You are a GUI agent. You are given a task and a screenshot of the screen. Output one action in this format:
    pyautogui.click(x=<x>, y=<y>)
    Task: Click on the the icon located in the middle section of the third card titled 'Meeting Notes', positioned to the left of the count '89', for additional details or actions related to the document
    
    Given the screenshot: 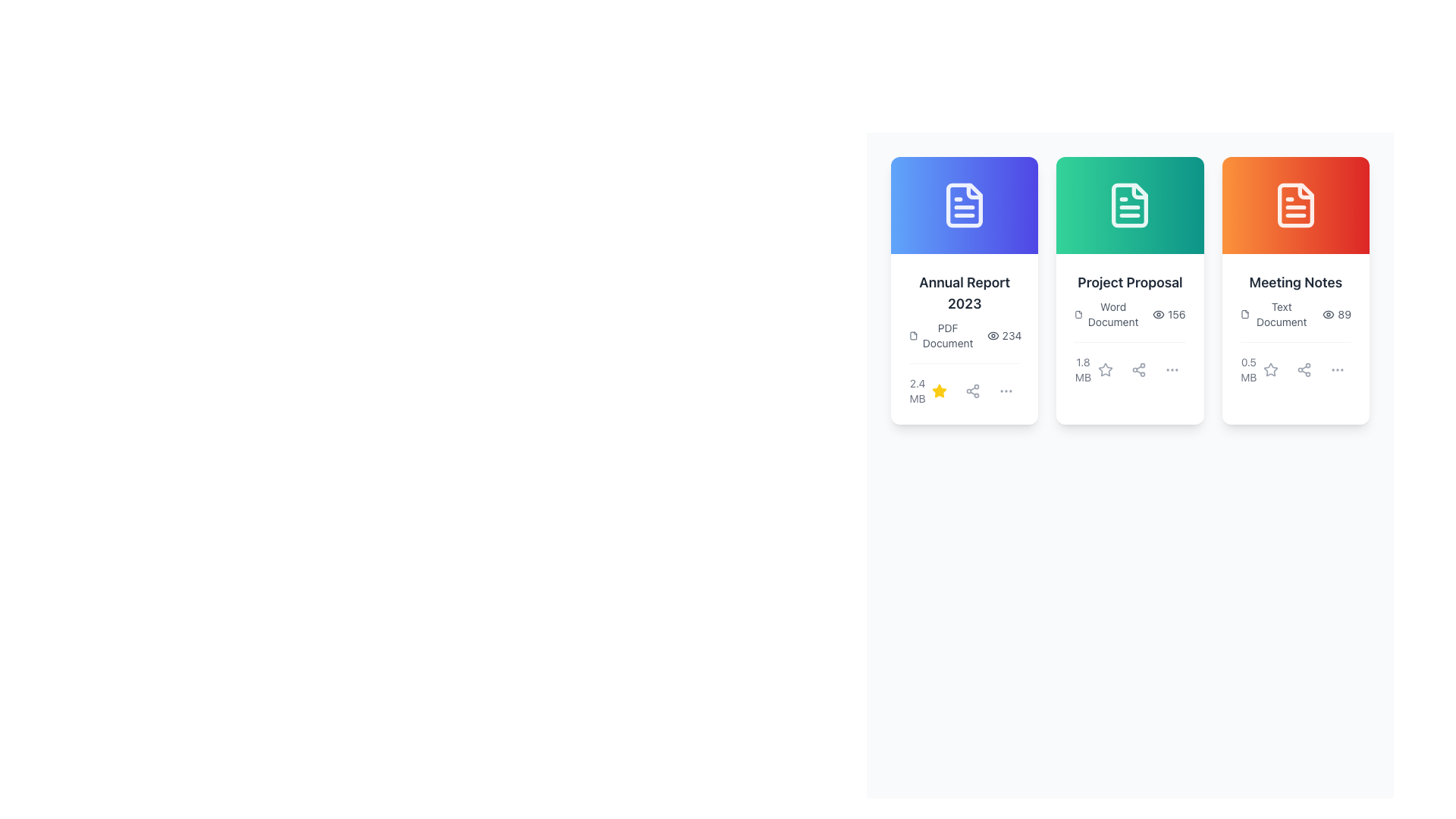 What is the action you would take?
    pyautogui.click(x=1275, y=314)
    